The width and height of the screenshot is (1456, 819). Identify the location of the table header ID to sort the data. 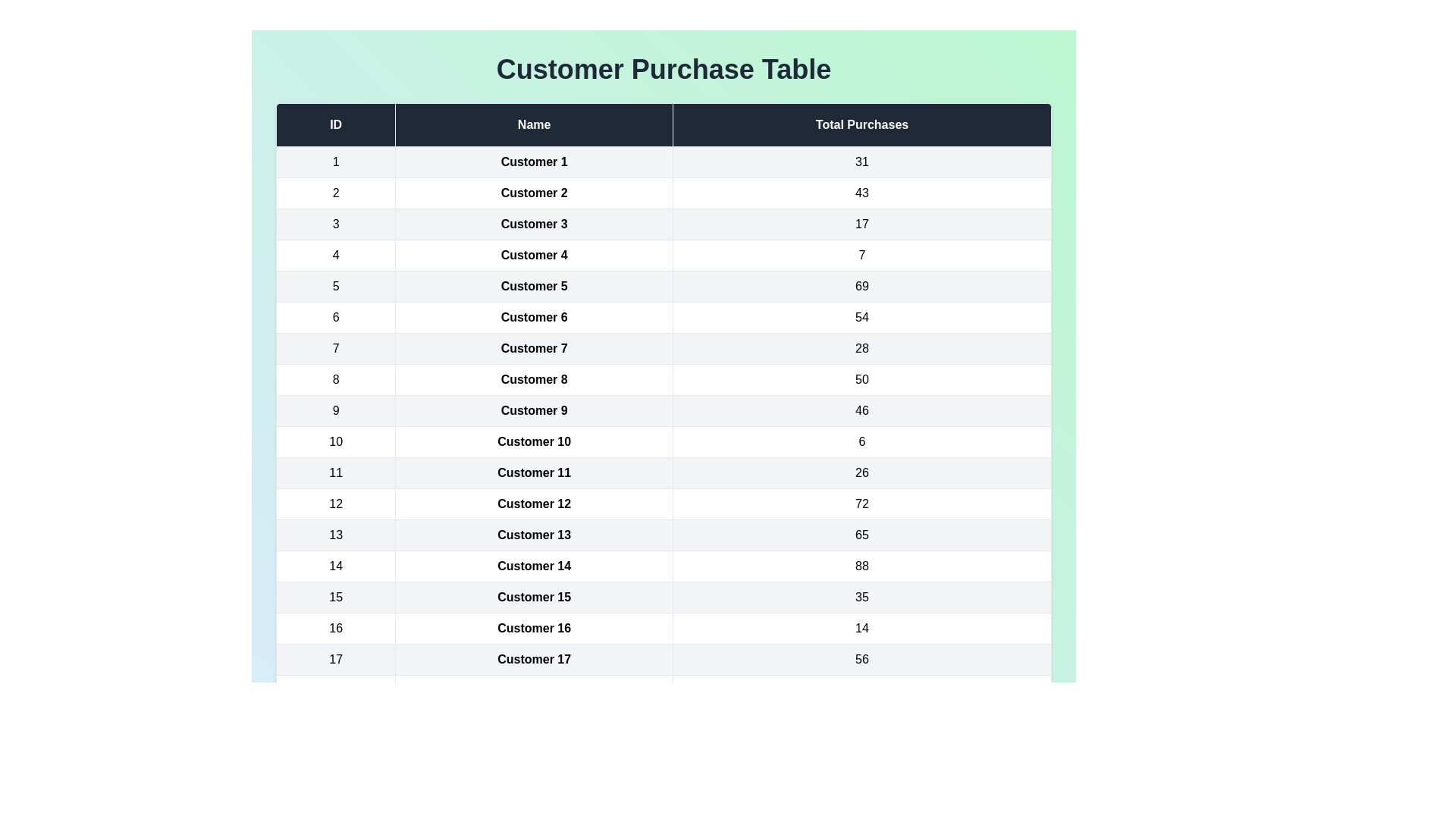
(334, 124).